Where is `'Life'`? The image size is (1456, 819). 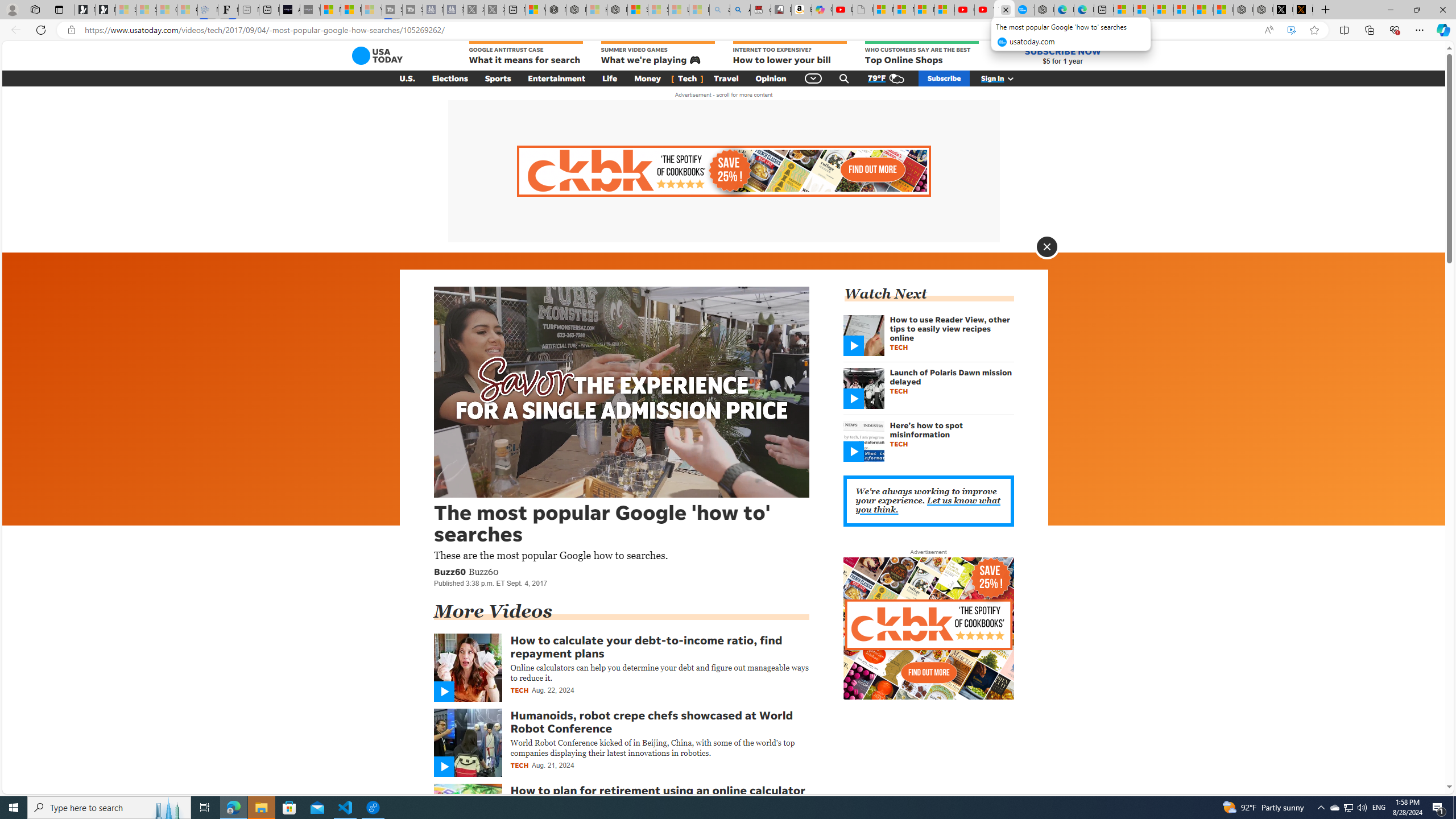 'Life' is located at coordinates (610, 78).